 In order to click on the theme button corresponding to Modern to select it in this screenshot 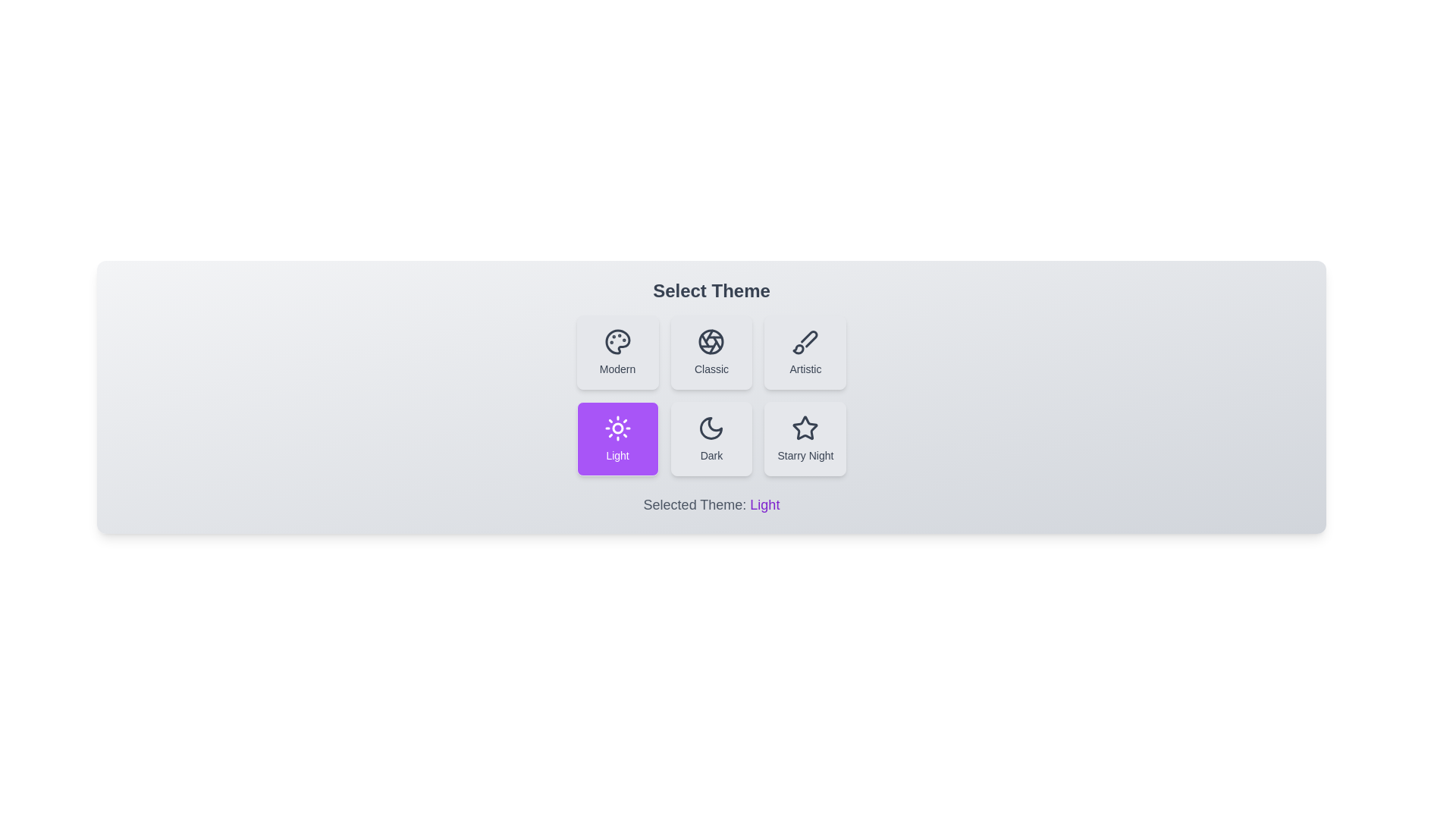, I will do `click(617, 353)`.